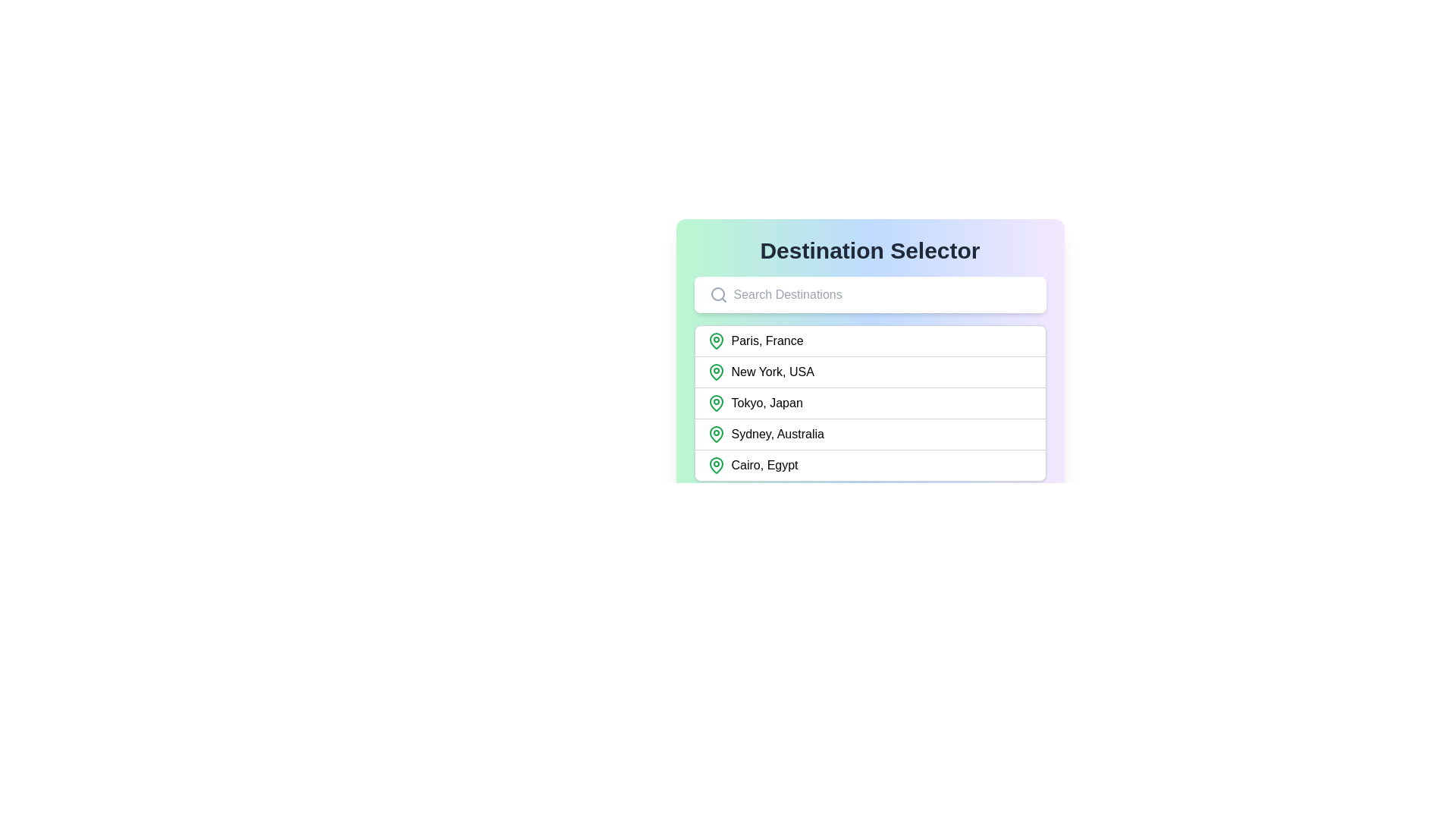  What do you see at coordinates (715, 464) in the screenshot?
I see `location pin icon representing 'Cairo, Egypt' in the list of destinations by opening the developer tools` at bounding box center [715, 464].